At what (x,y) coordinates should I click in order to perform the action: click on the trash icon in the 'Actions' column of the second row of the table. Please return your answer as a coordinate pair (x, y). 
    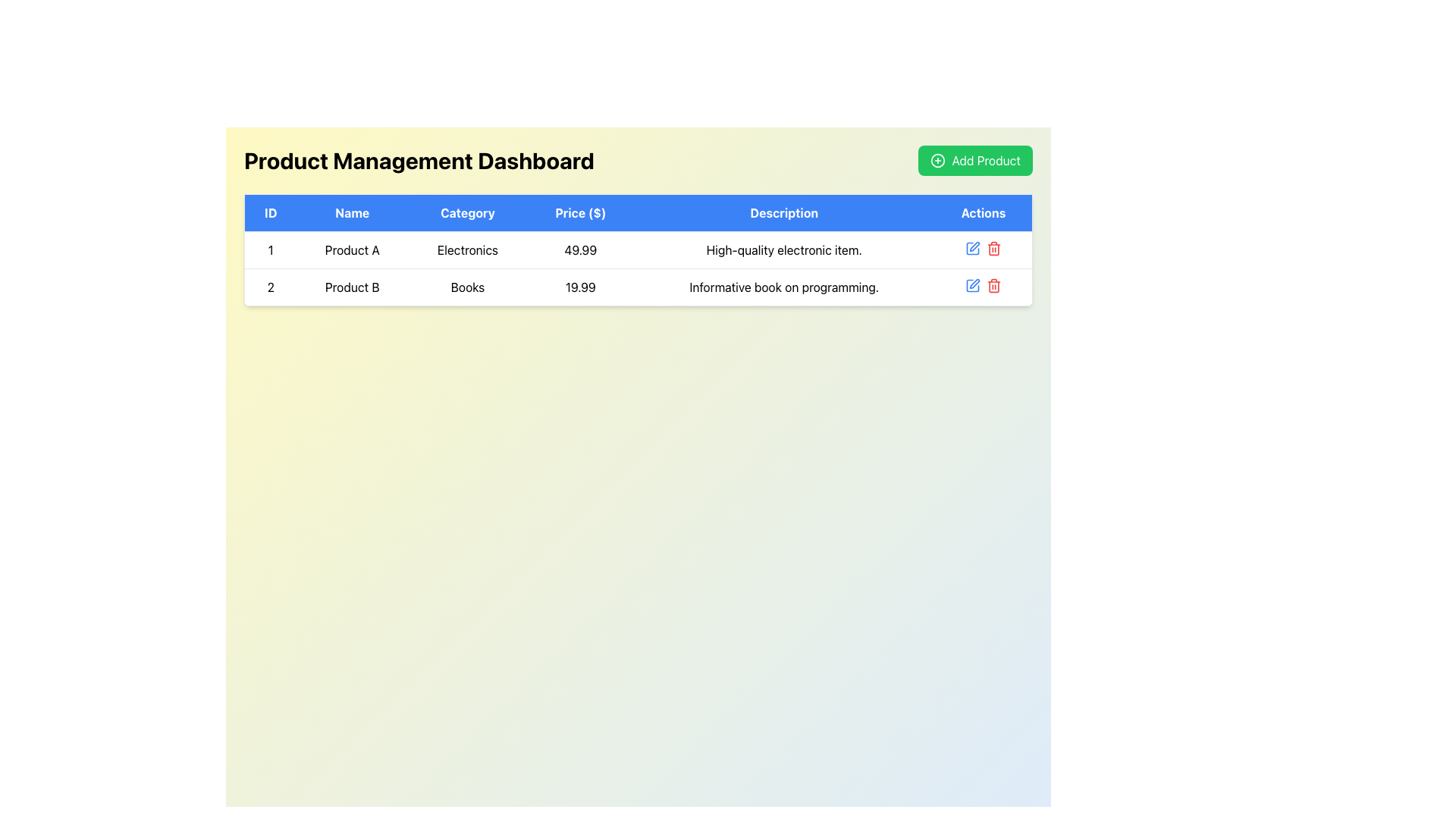
    Looking at the image, I should click on (993, 287).